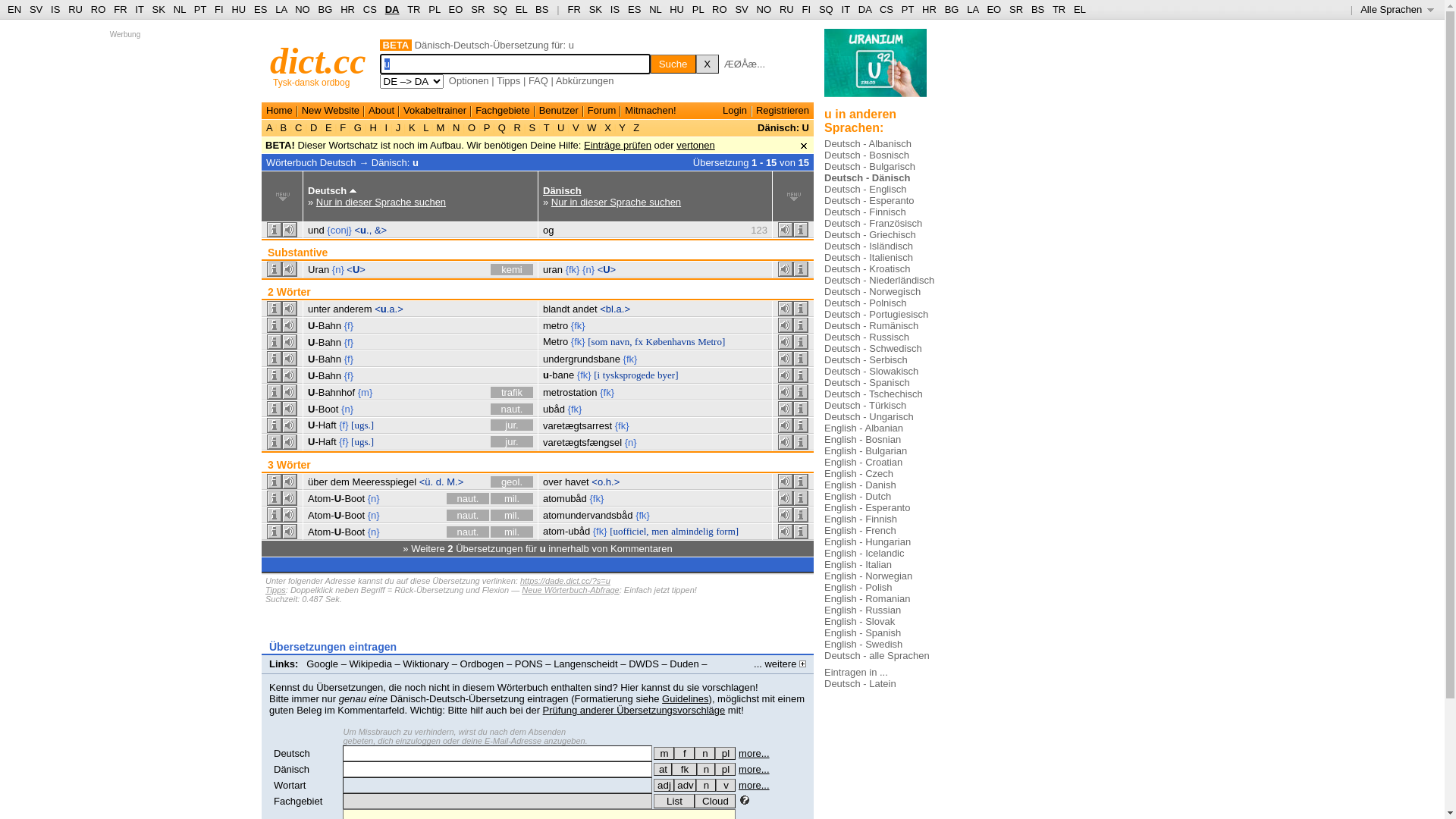 This screenshot has width=1456, height=819. Describe the element at coordinates (823, 313) in the screenshot. I see `'Deutsch - Portugiesisch'` at that location.